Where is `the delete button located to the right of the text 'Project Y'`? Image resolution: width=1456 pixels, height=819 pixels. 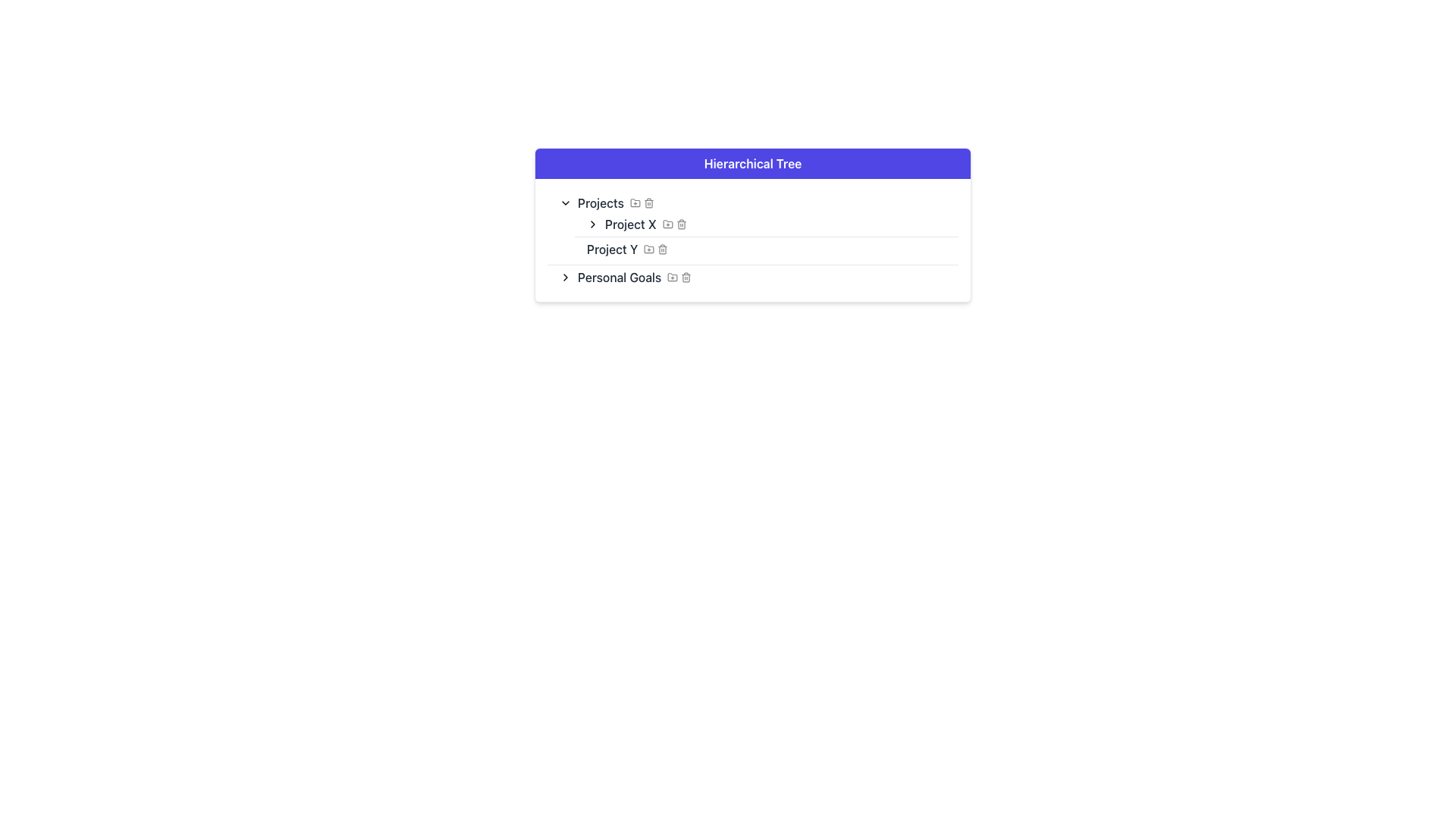
the delete button located to the right of the text 'Project Y' is located at coordinates (663, 248).